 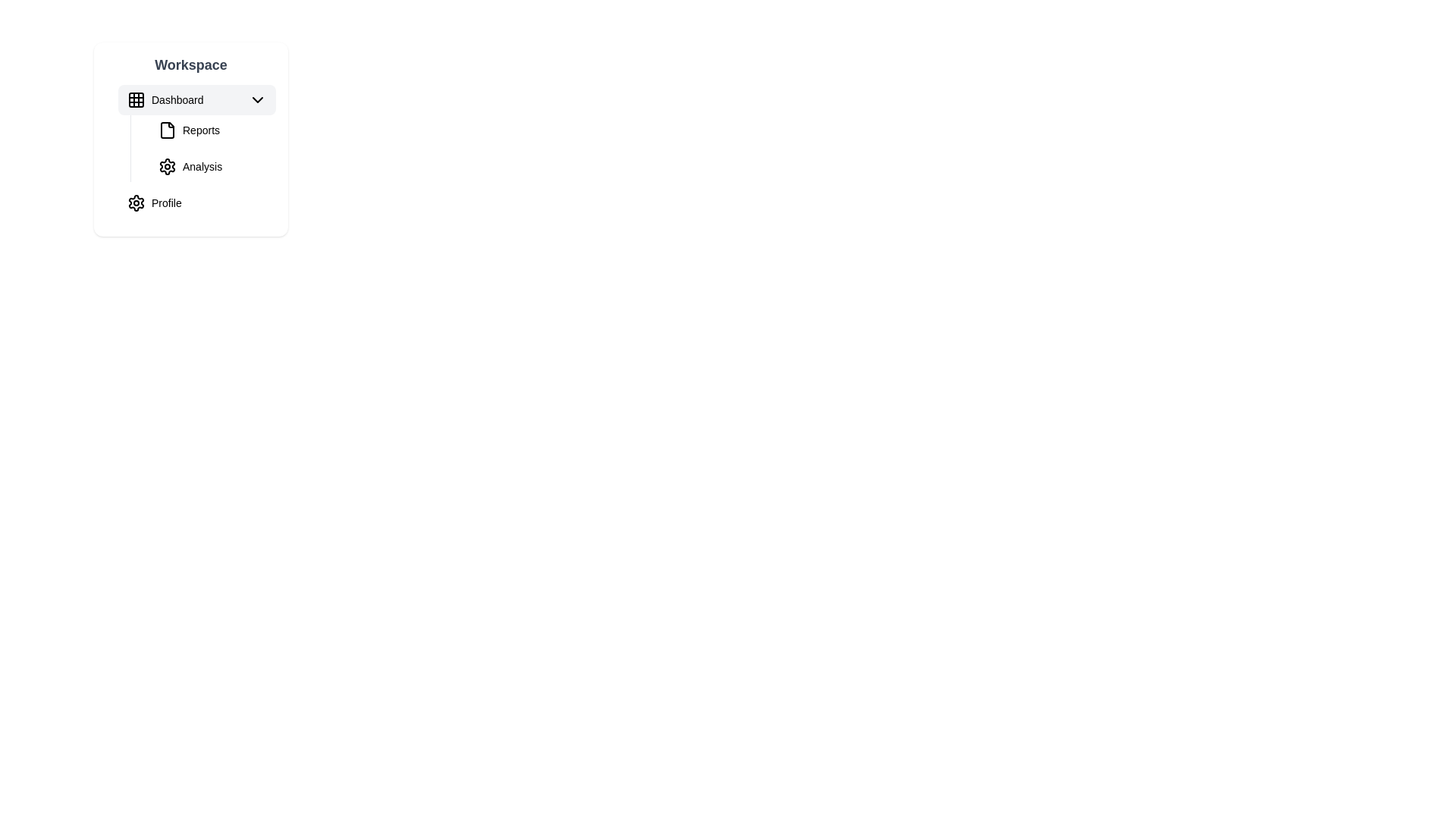 What do you see at coordinates (196, 99) in the screenshot?
I see `the 'Dashboard' button with combined icon and text located at the top of the 'Workspace' menu` at bounding box center [196, 99].